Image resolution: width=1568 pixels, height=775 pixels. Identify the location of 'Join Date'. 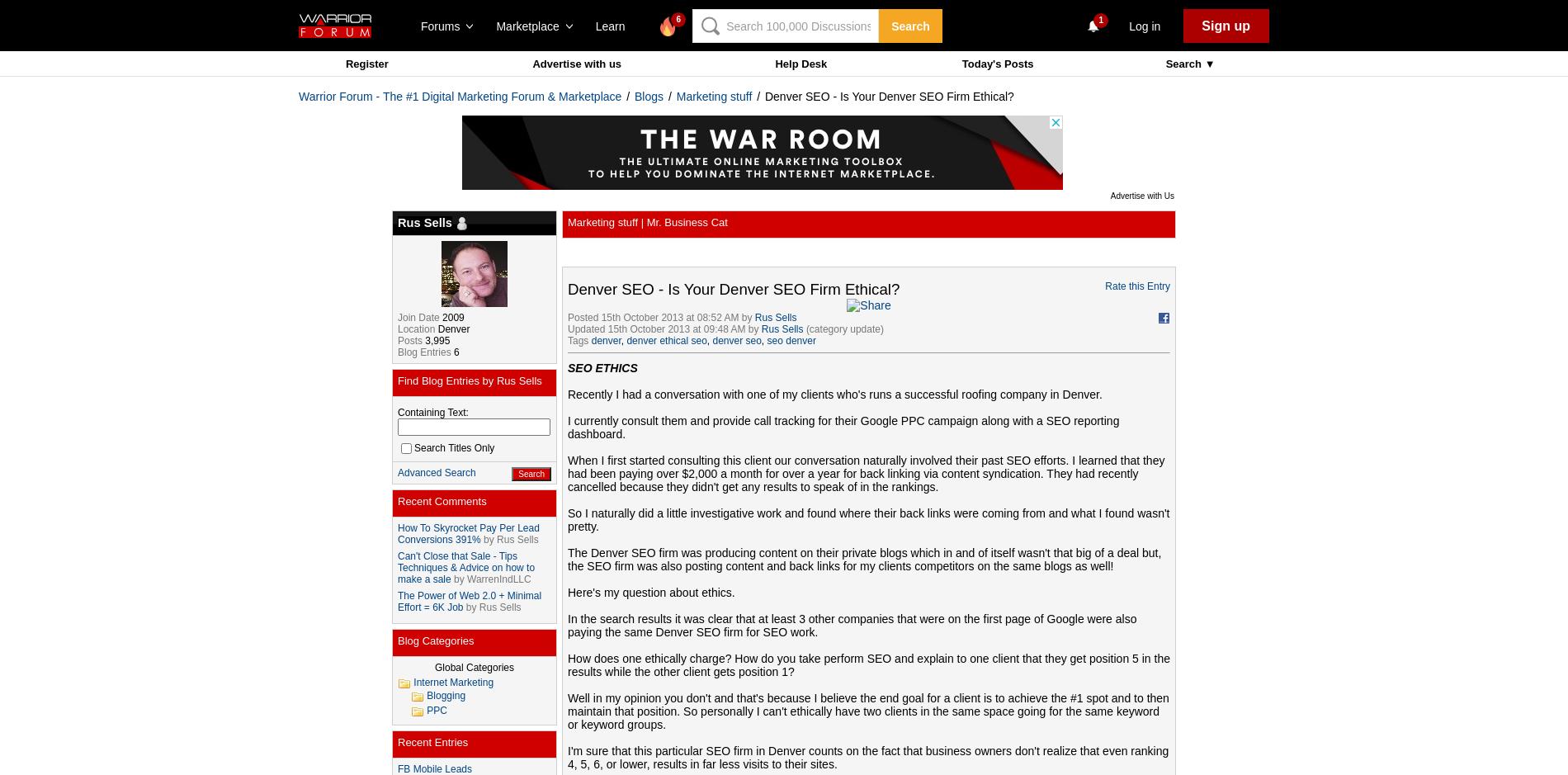
(418, 317).